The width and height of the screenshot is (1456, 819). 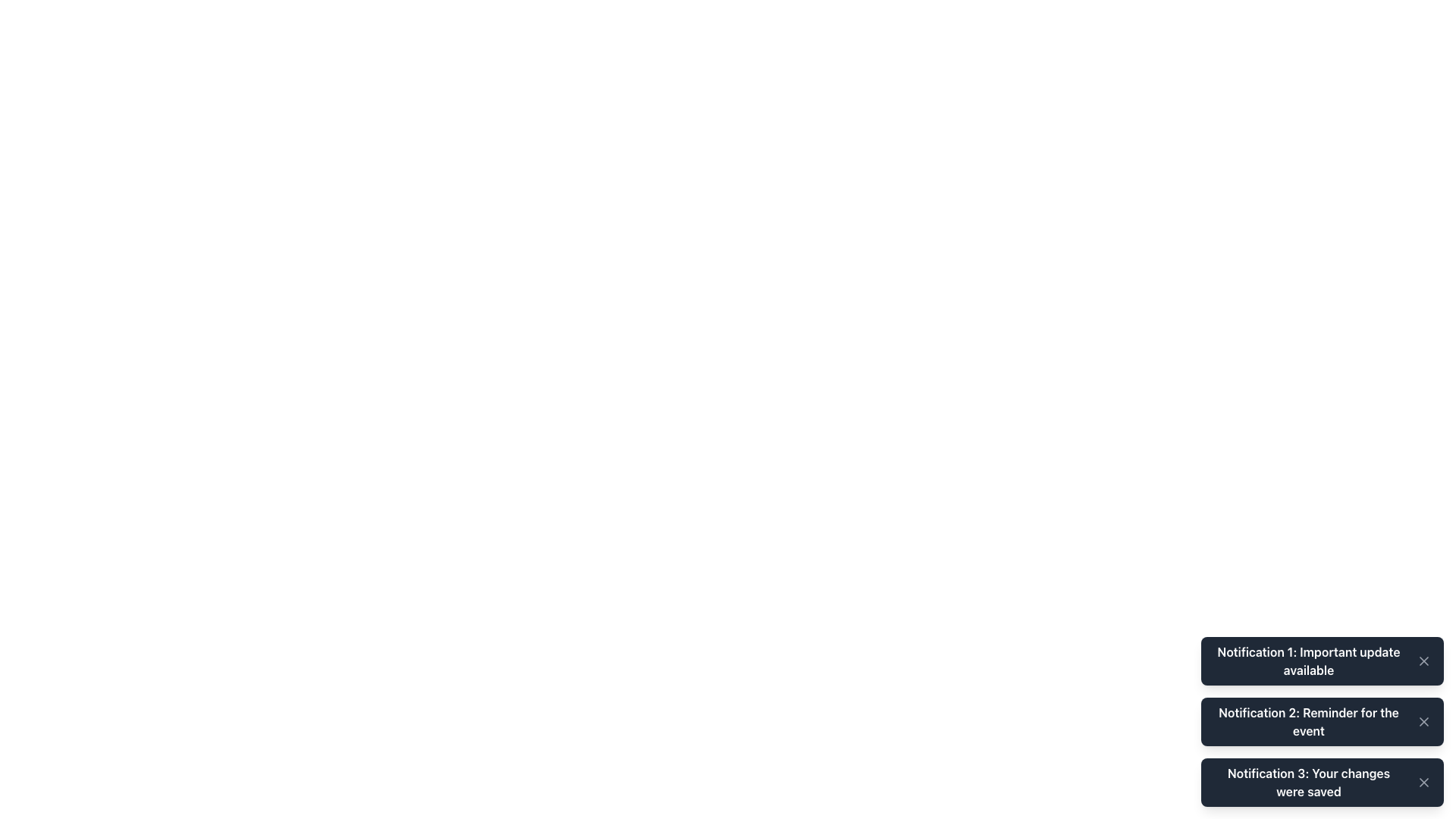 I want to click on the close button located in the top-right corner of the second notification card, so click(x=1423, y=721).